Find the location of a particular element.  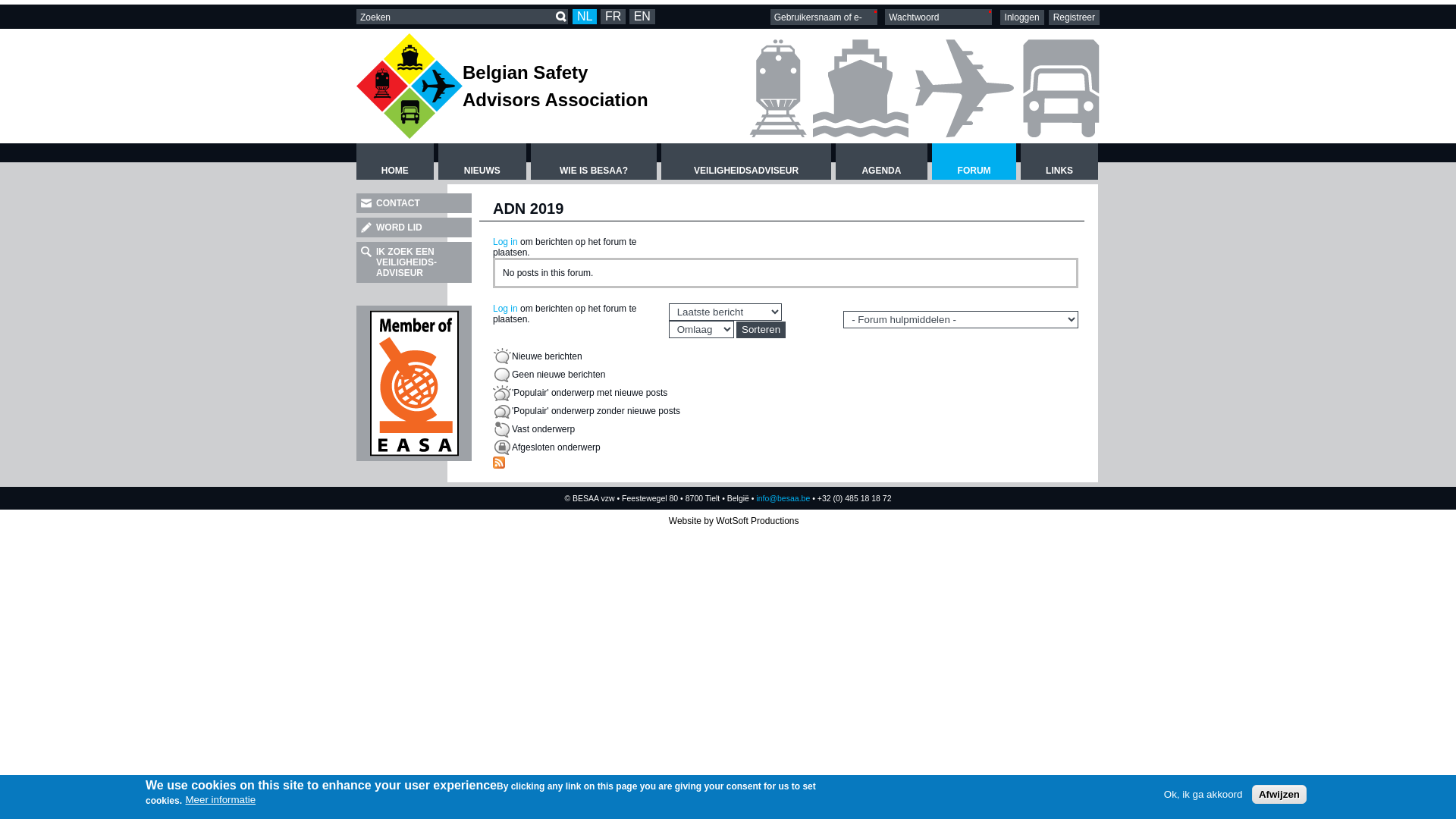

'WIE IS BESAA?' is located at coordinates (592, 161).